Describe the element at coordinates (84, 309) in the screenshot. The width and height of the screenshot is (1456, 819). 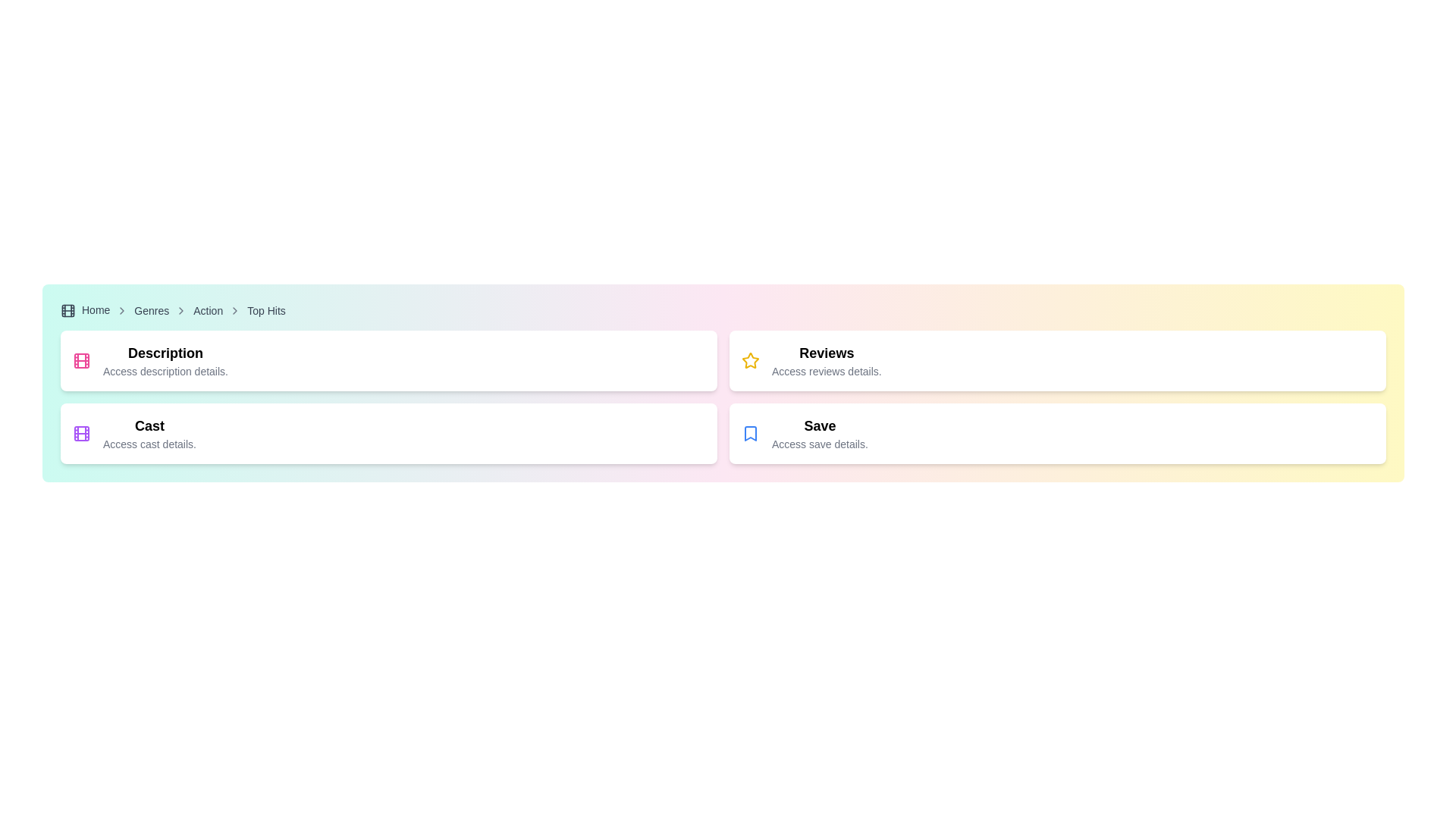
I see `the 'Home' clickable text link with an associated film roll icon to change its color to blue` at that location.